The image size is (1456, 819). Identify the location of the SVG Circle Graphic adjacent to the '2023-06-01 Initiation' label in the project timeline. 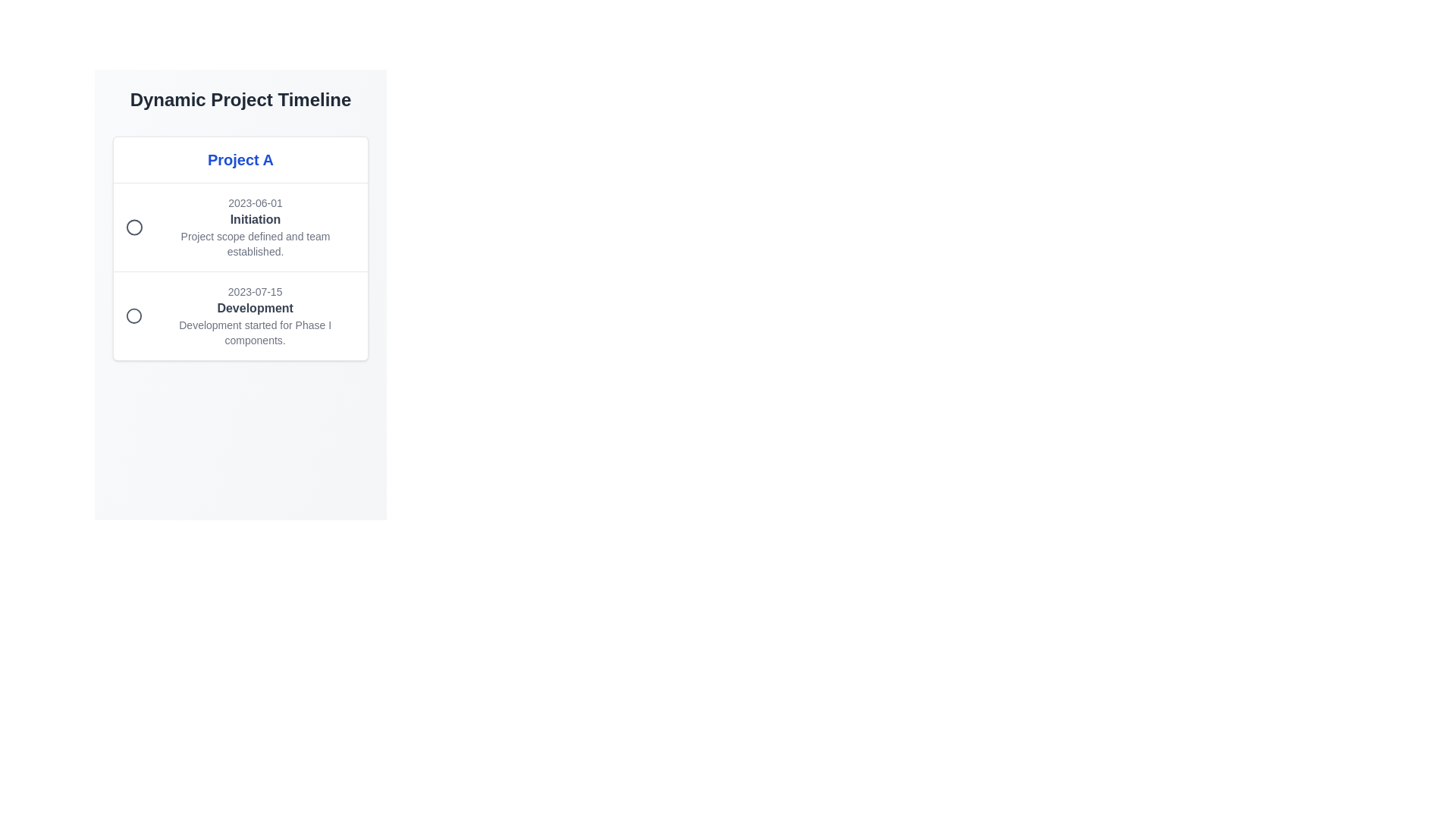
(134, 227).